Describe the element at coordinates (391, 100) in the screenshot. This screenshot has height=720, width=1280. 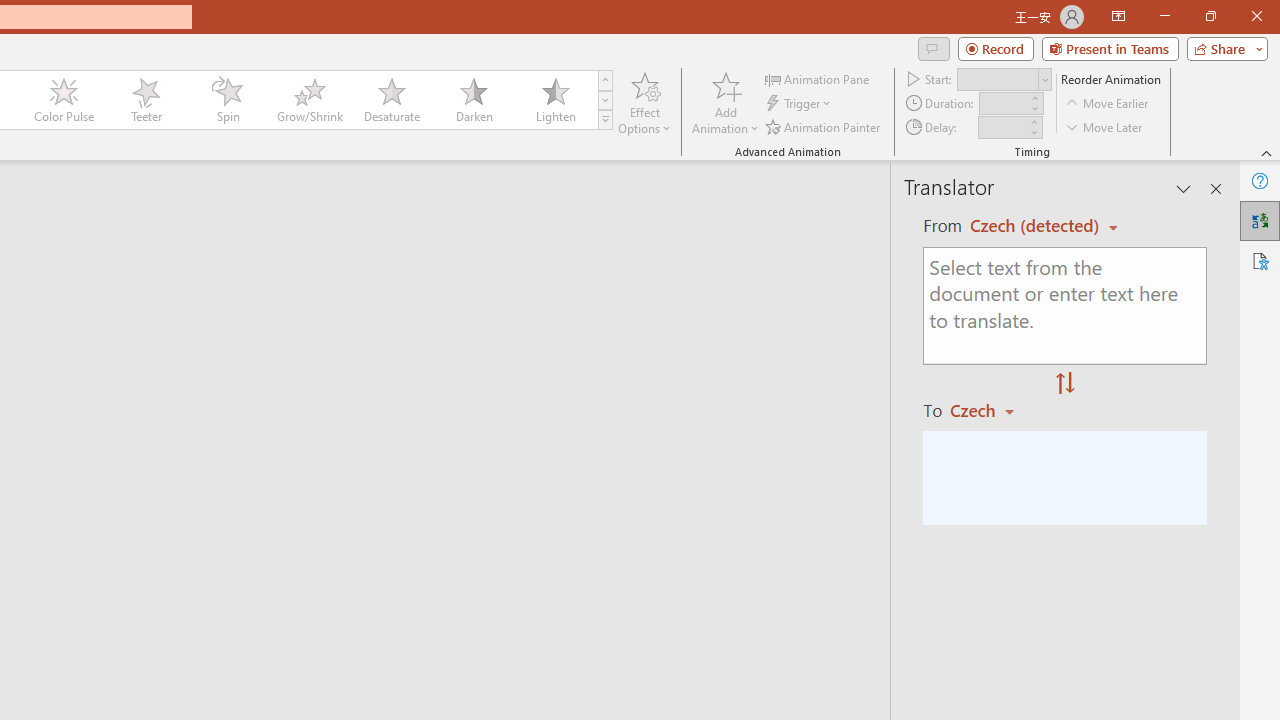
I see `'Desaturate'` at that location.